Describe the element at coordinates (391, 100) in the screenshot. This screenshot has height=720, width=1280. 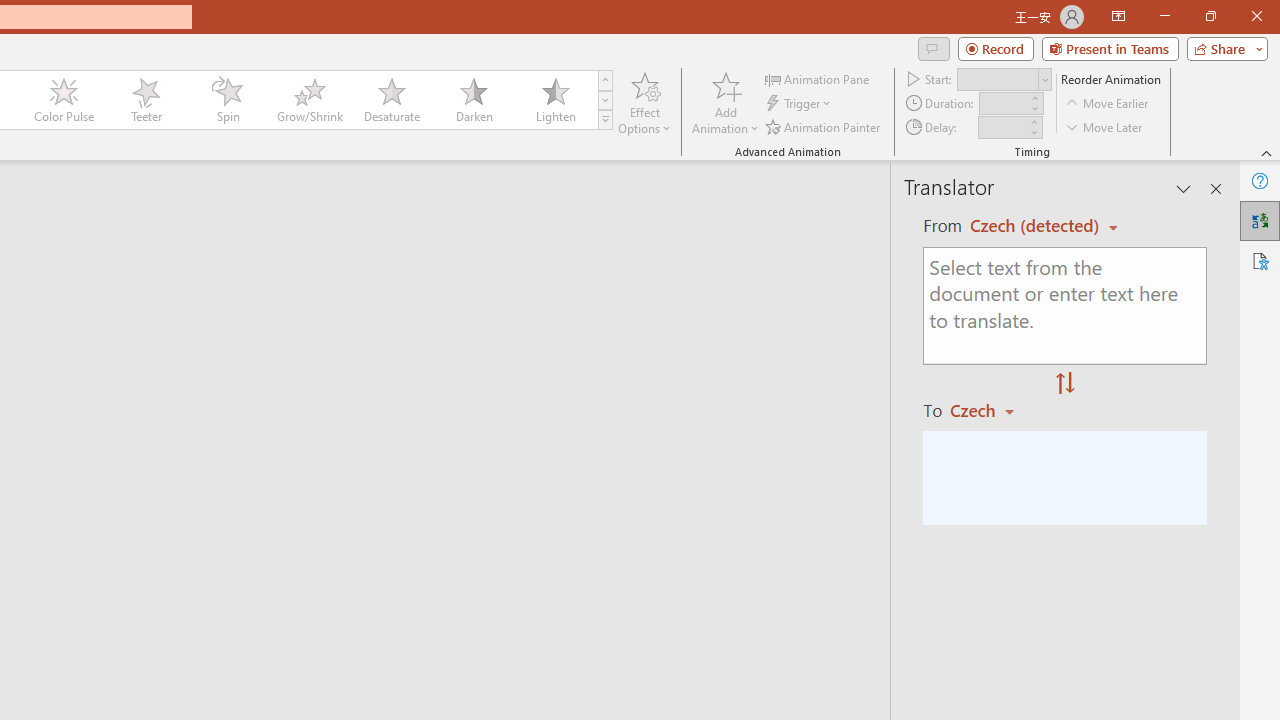
I see `'Desaturate'` at that location.